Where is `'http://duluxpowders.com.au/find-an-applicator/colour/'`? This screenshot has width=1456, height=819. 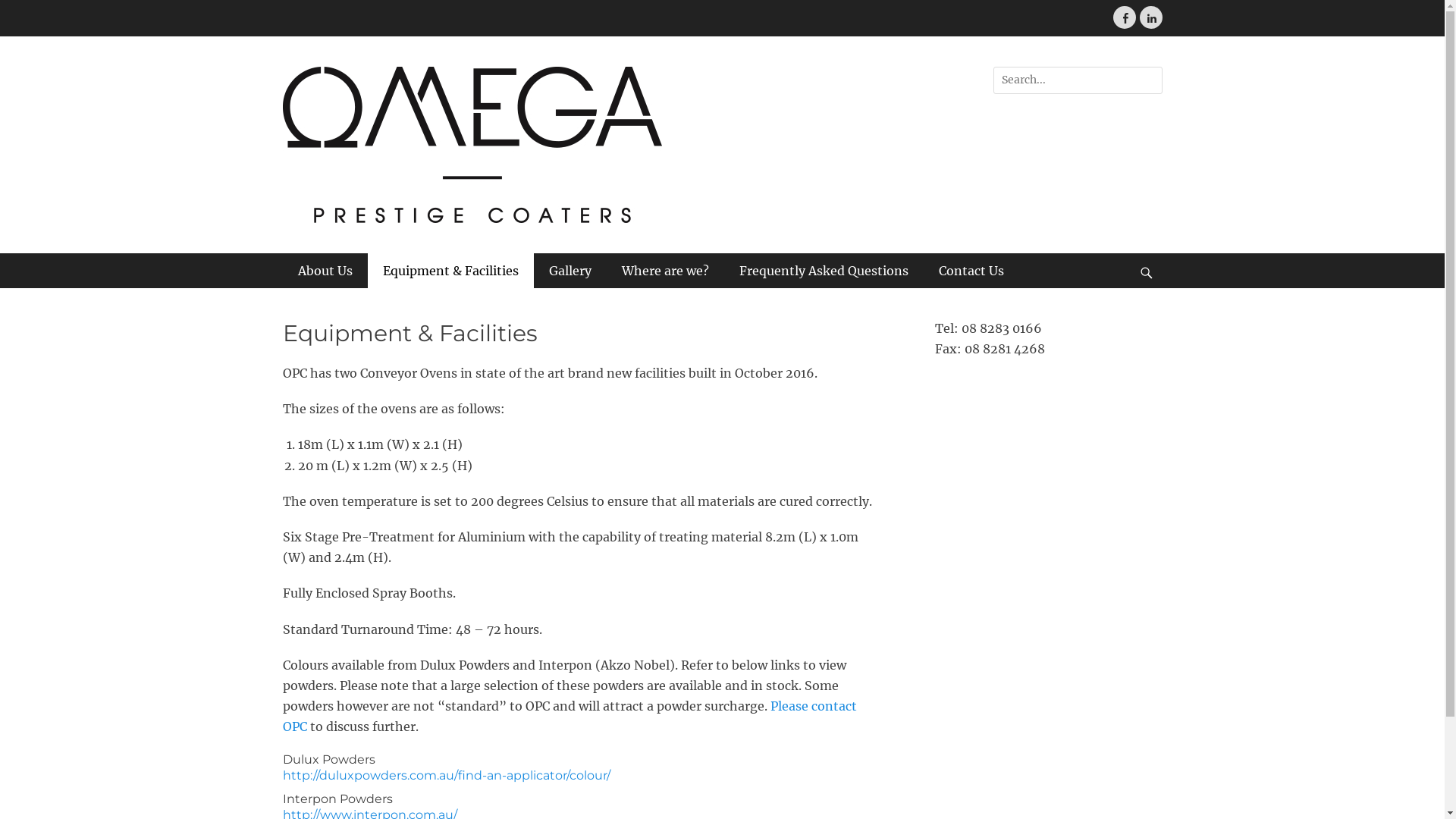
'http://duluxpowders.com.au/find-an-applicator/colour/' is located at coordinates (445, 775).